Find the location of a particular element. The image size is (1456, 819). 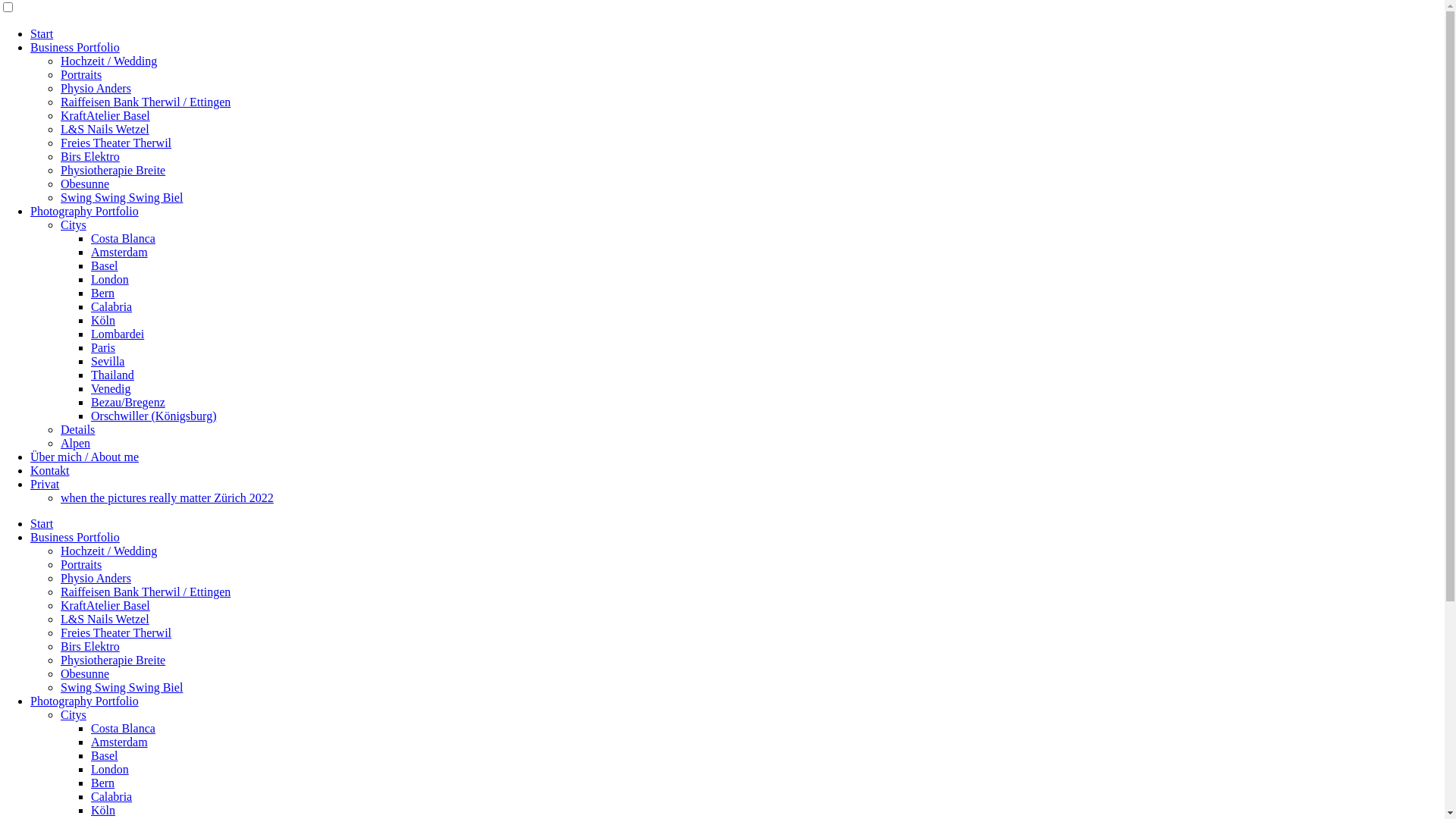

'KraftAtelier Basel' is located at coordinates (105, 604).